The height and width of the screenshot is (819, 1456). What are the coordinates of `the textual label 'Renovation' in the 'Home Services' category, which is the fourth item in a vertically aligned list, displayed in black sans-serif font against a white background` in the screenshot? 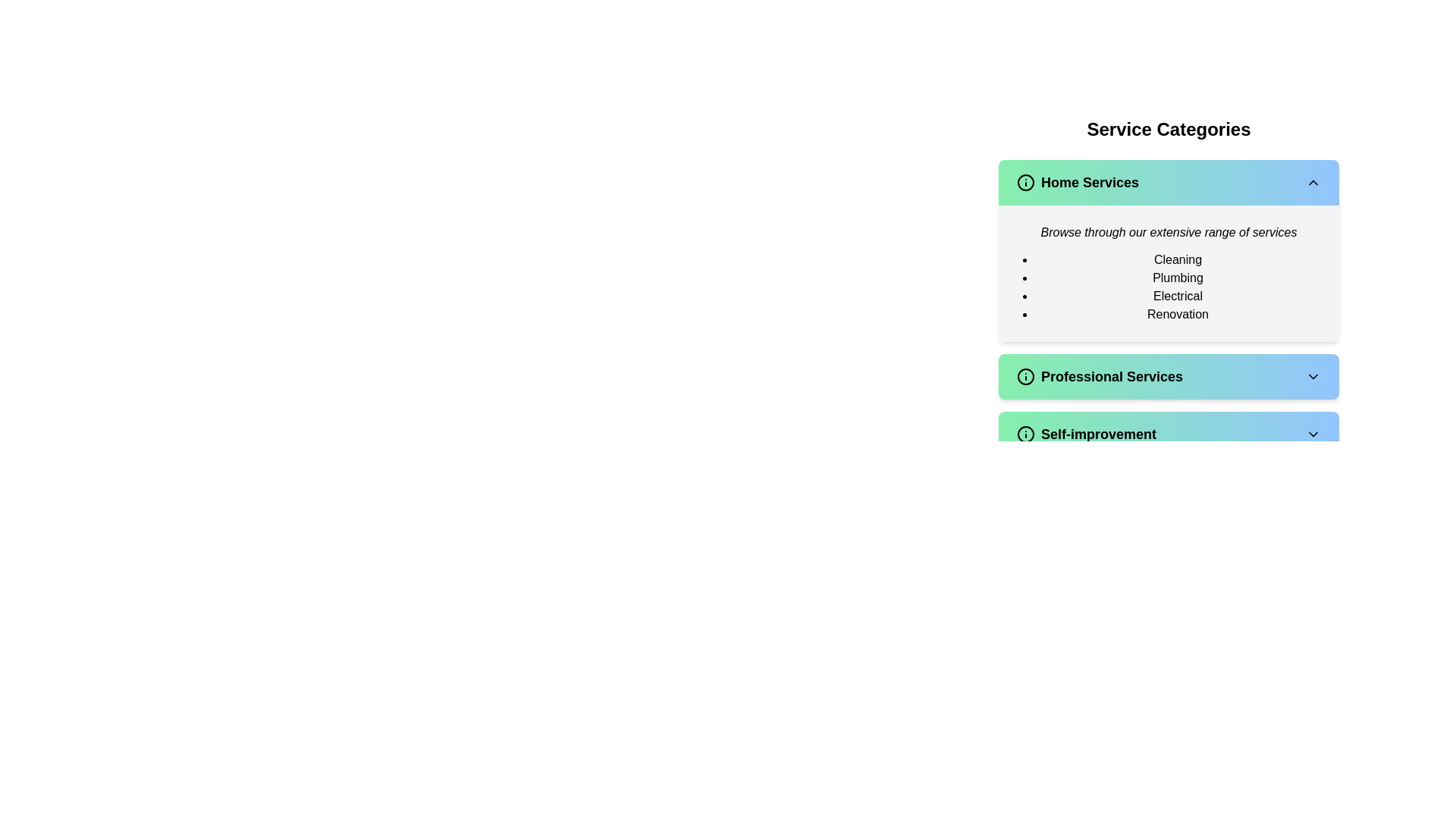 It's located at (1177, 314).